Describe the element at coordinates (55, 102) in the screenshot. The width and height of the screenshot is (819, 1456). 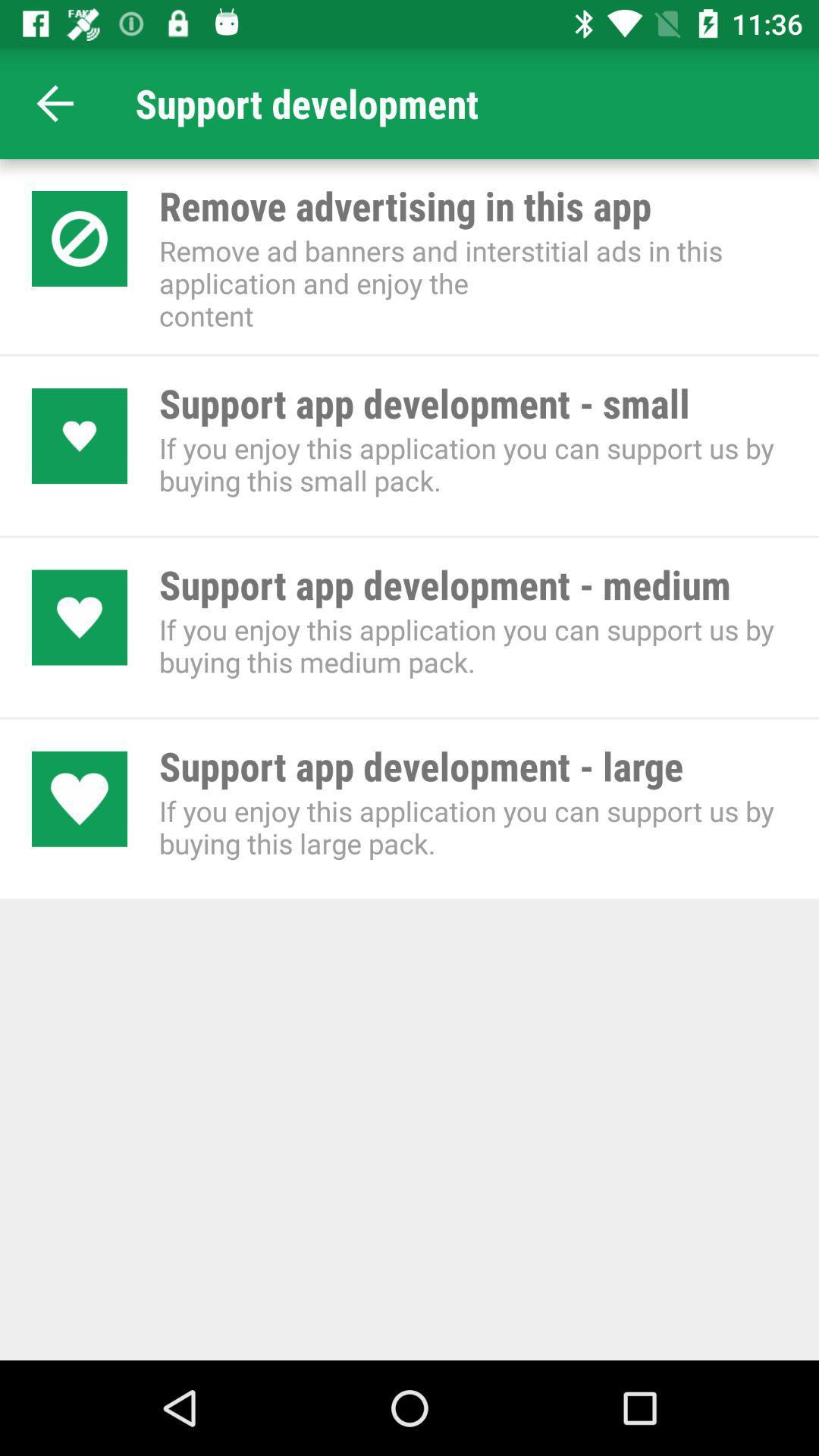
I see `item to the left of support development` at that location.